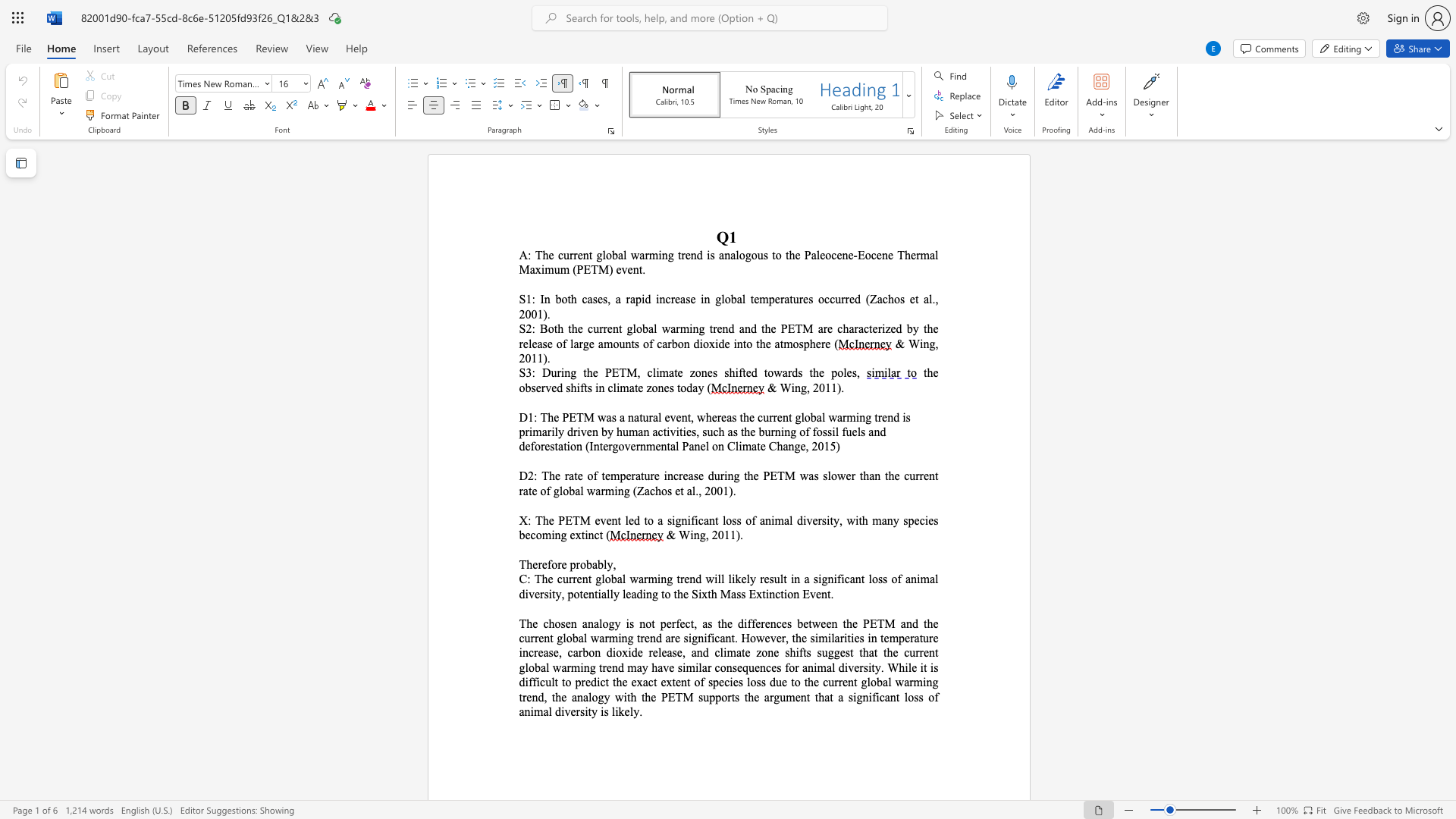 Image resolution: width=1456 pixels, height=819 pixels. I want to click on the subset text "al temperatures occurred (Zachos et al., 2" within the text "S1: In both cases, a rapid increase in global temperatures occurred (Zachos et al., 2001).", so click(736, 299).